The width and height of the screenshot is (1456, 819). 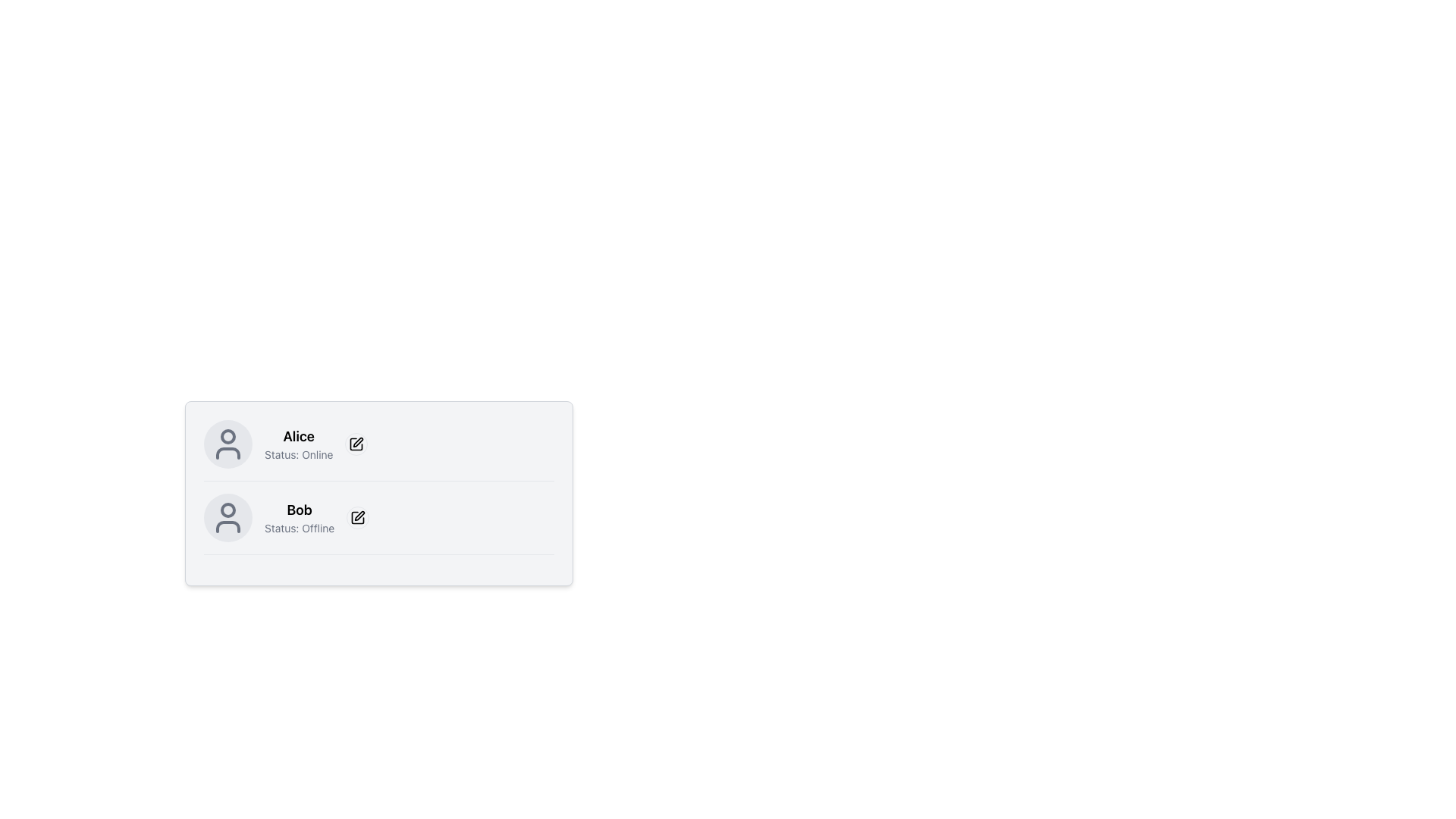 I want to click on the edit button located to the right of the label displaying 'Bob' and 'Status: Offline', so click(x=357, y=516).